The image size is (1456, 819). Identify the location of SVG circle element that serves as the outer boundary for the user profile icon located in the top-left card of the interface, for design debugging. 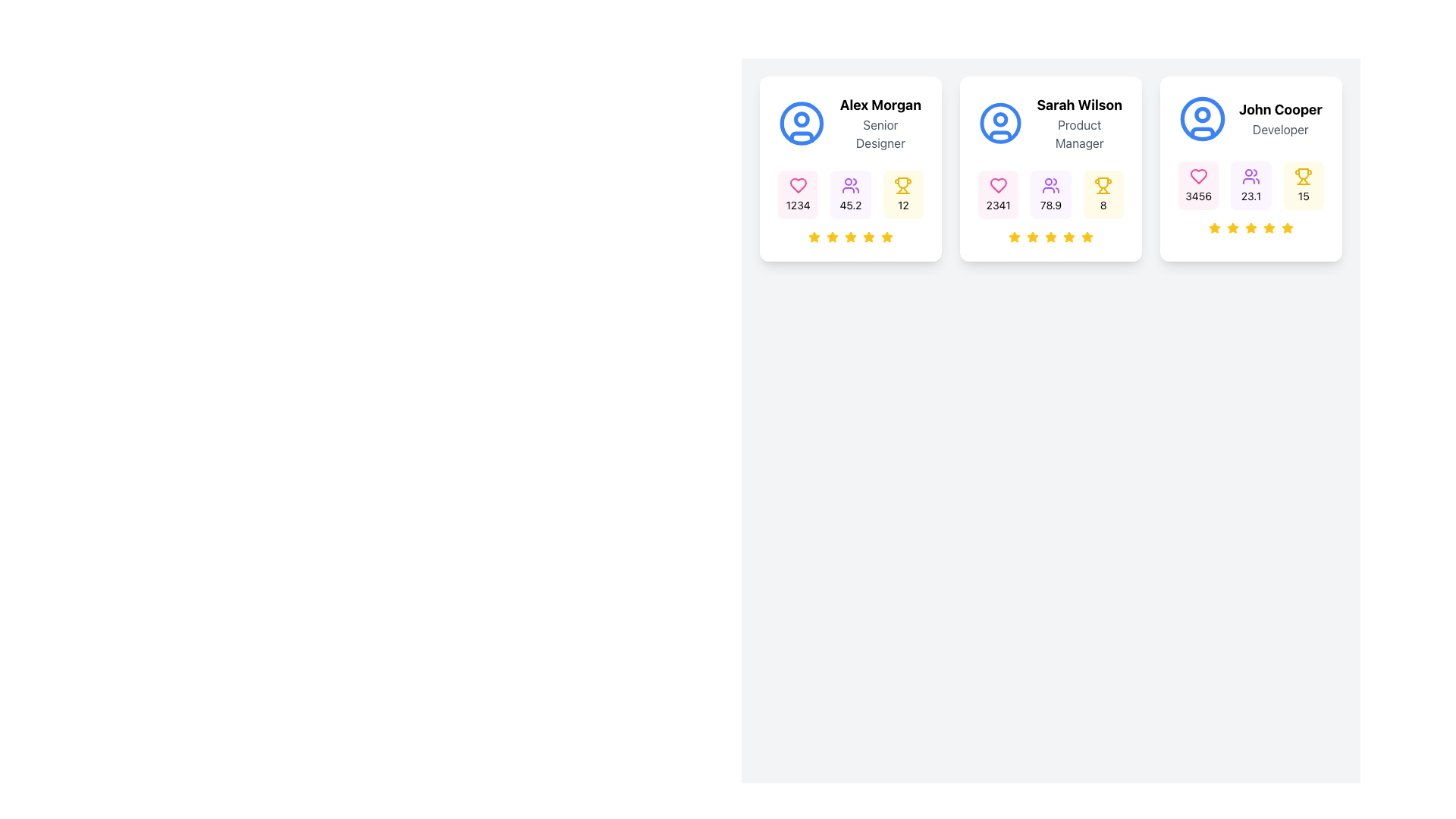
(801, 122).